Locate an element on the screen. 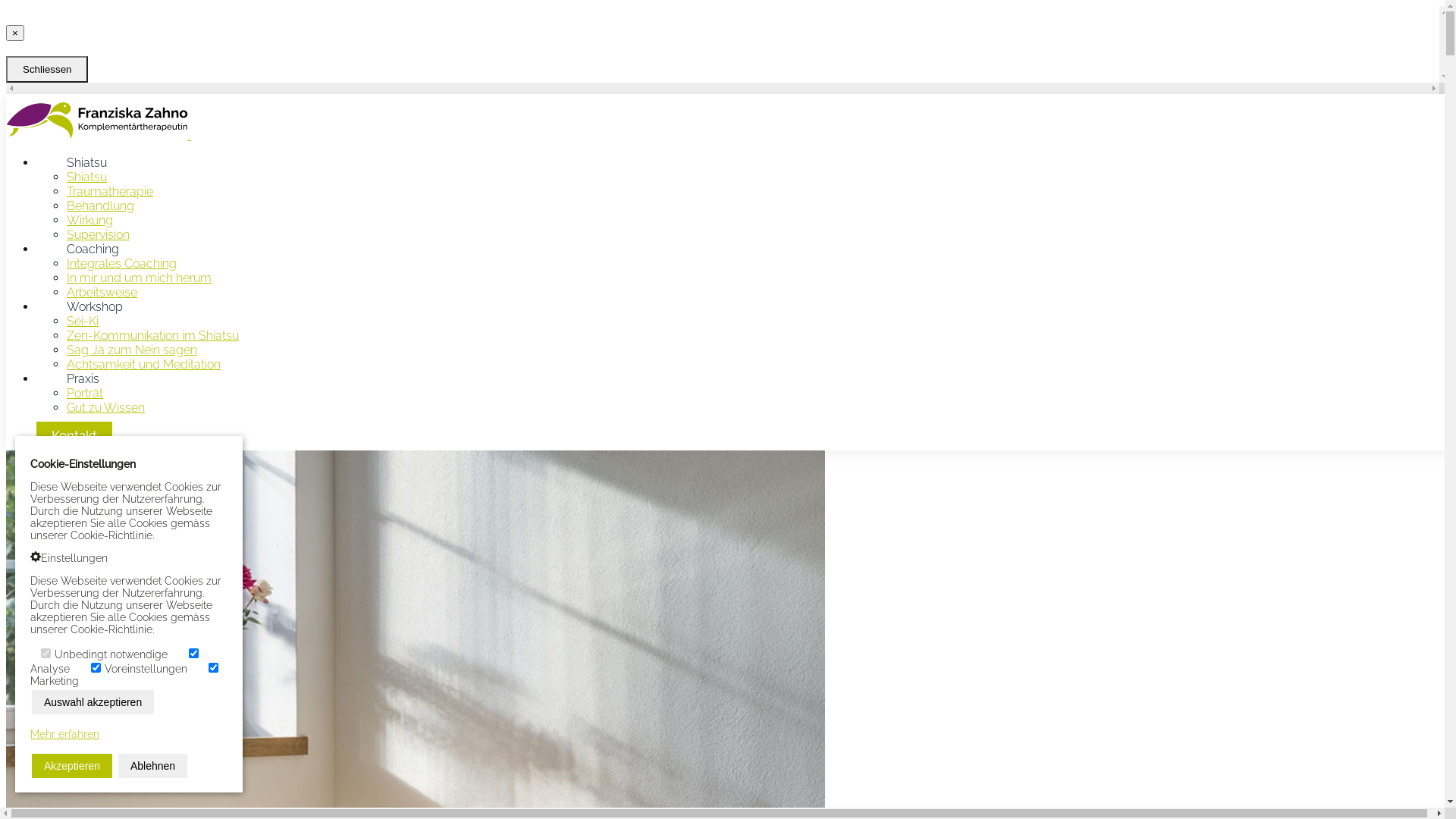 The width and height of the screenshot is (1456, 819). 'Sei-Ki' is located at coordinates (82, 320).